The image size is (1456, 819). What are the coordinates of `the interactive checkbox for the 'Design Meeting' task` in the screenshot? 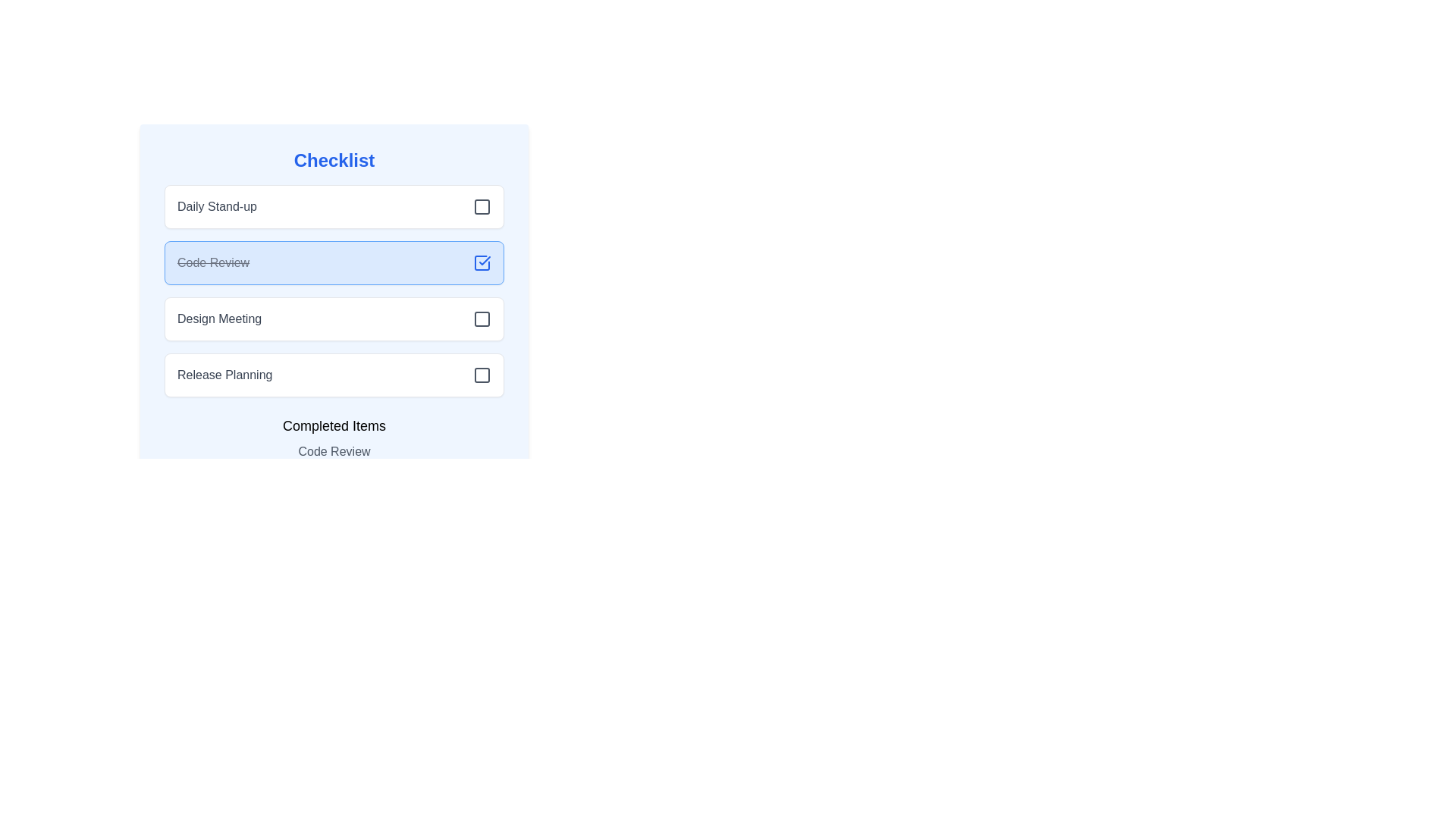 It's located at (481, 318).